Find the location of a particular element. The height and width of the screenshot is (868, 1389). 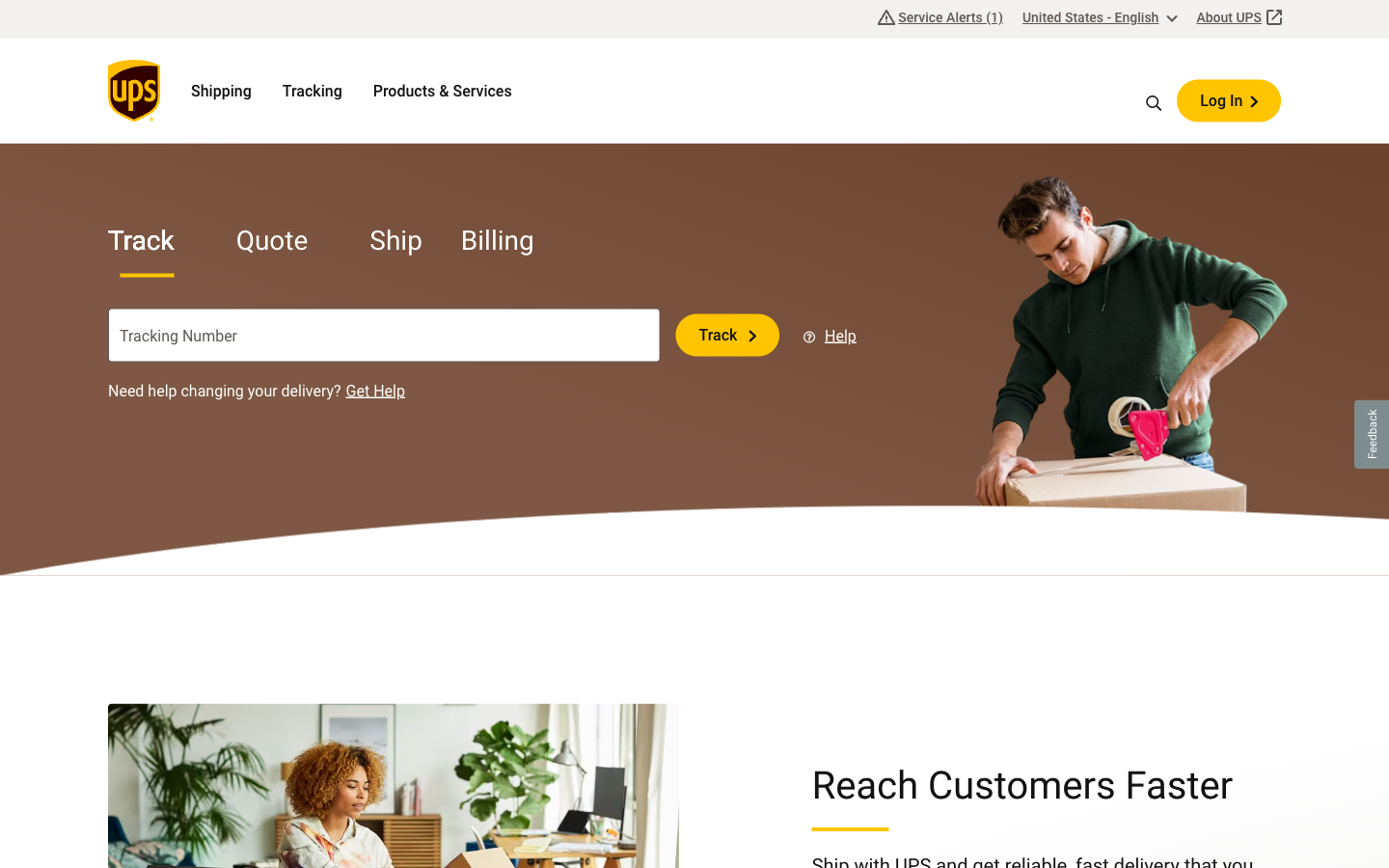

Remove the last character of the tracking number in the tracking bar is located at coordinates (568, 335).